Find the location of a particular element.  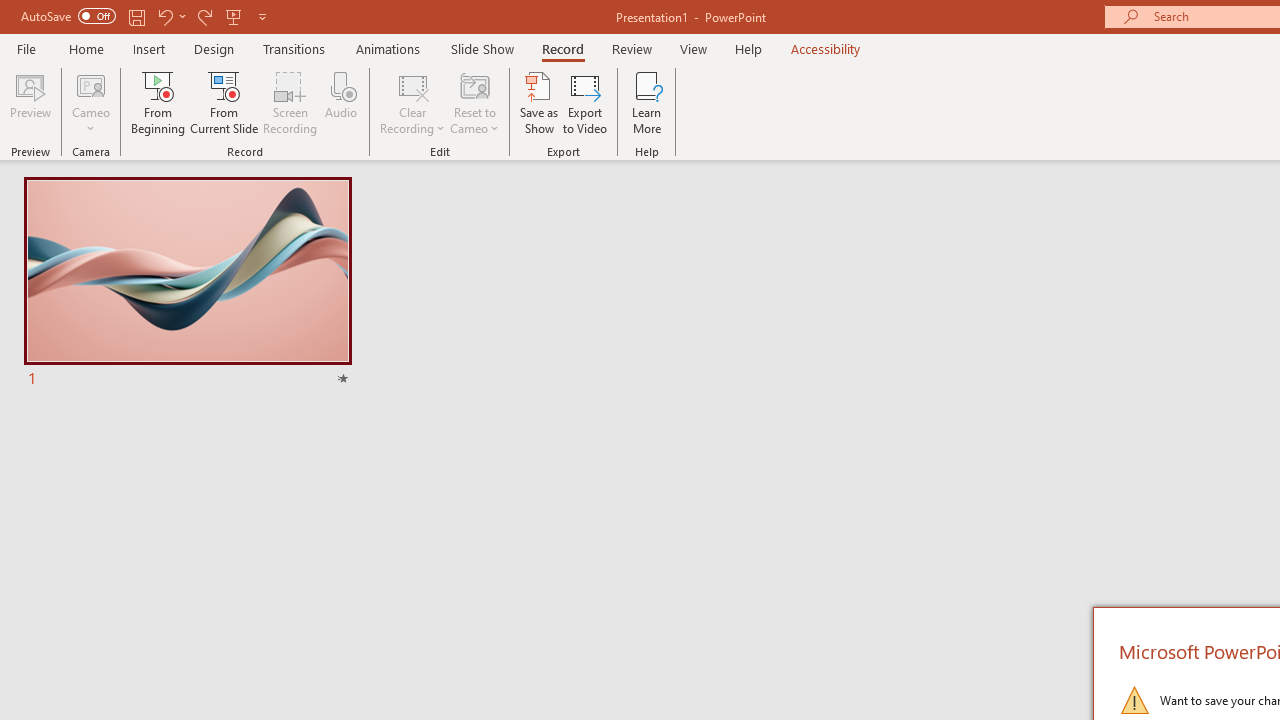

'Screen Recording' is located at coordinates (289, 103).